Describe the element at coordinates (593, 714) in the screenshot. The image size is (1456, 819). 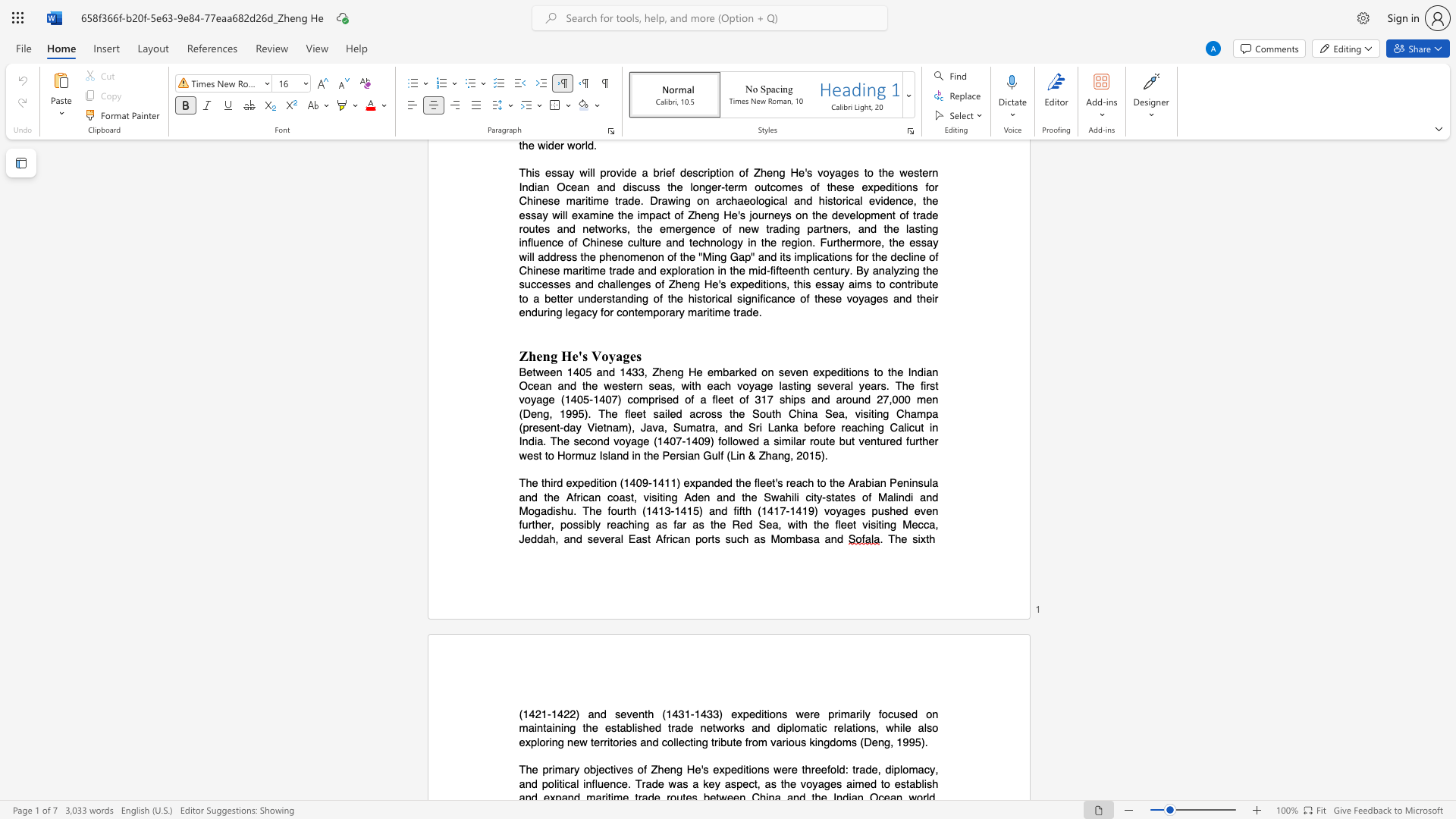
I see `the subset text "nd seventh (1431-1433) expeditions were pri" within the text "(1421-1422) and seventh (1431-1433) expeditions were primarily focused on"` at that location.